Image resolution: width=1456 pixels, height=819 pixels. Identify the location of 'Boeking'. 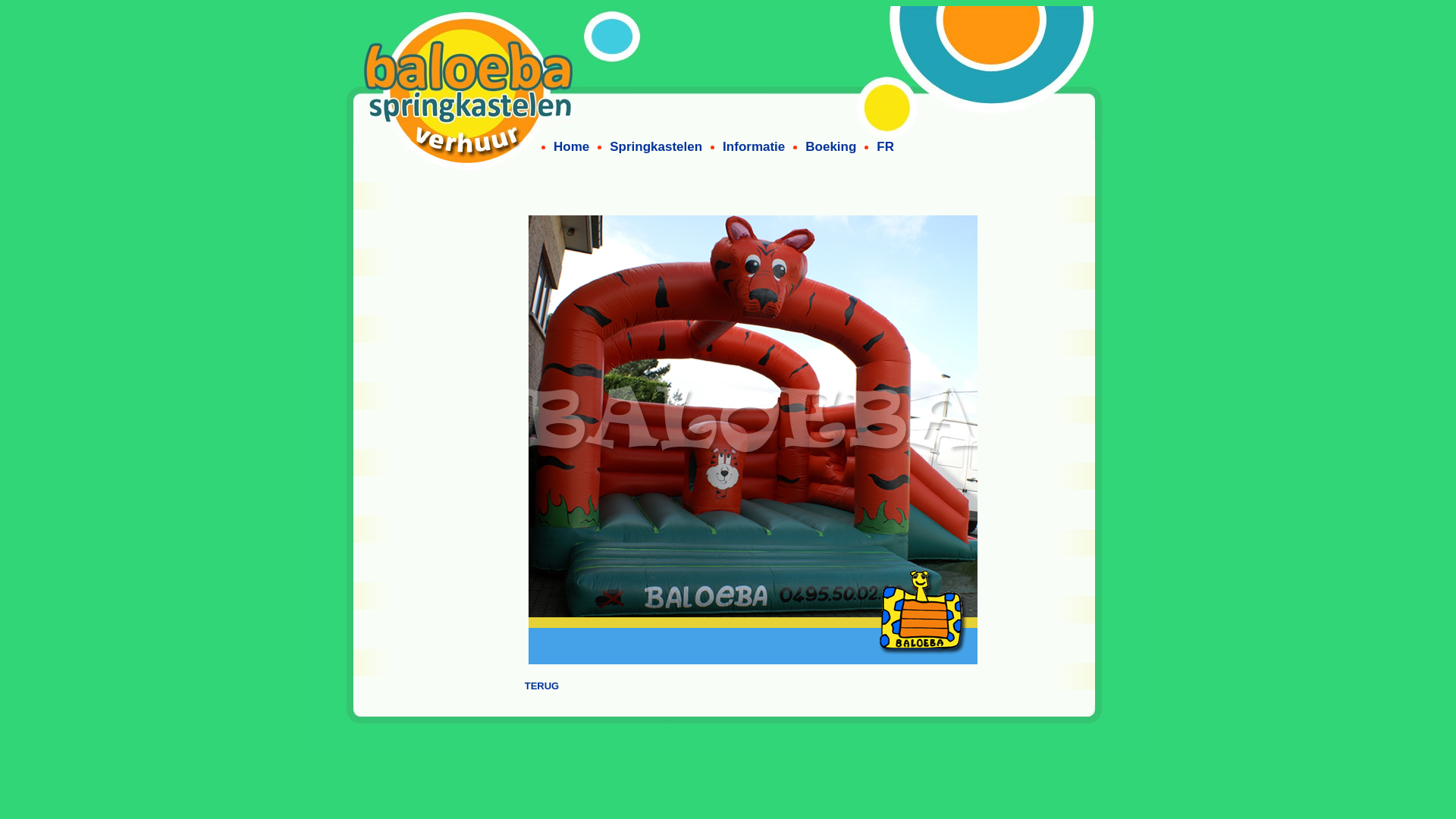
(830, 146).